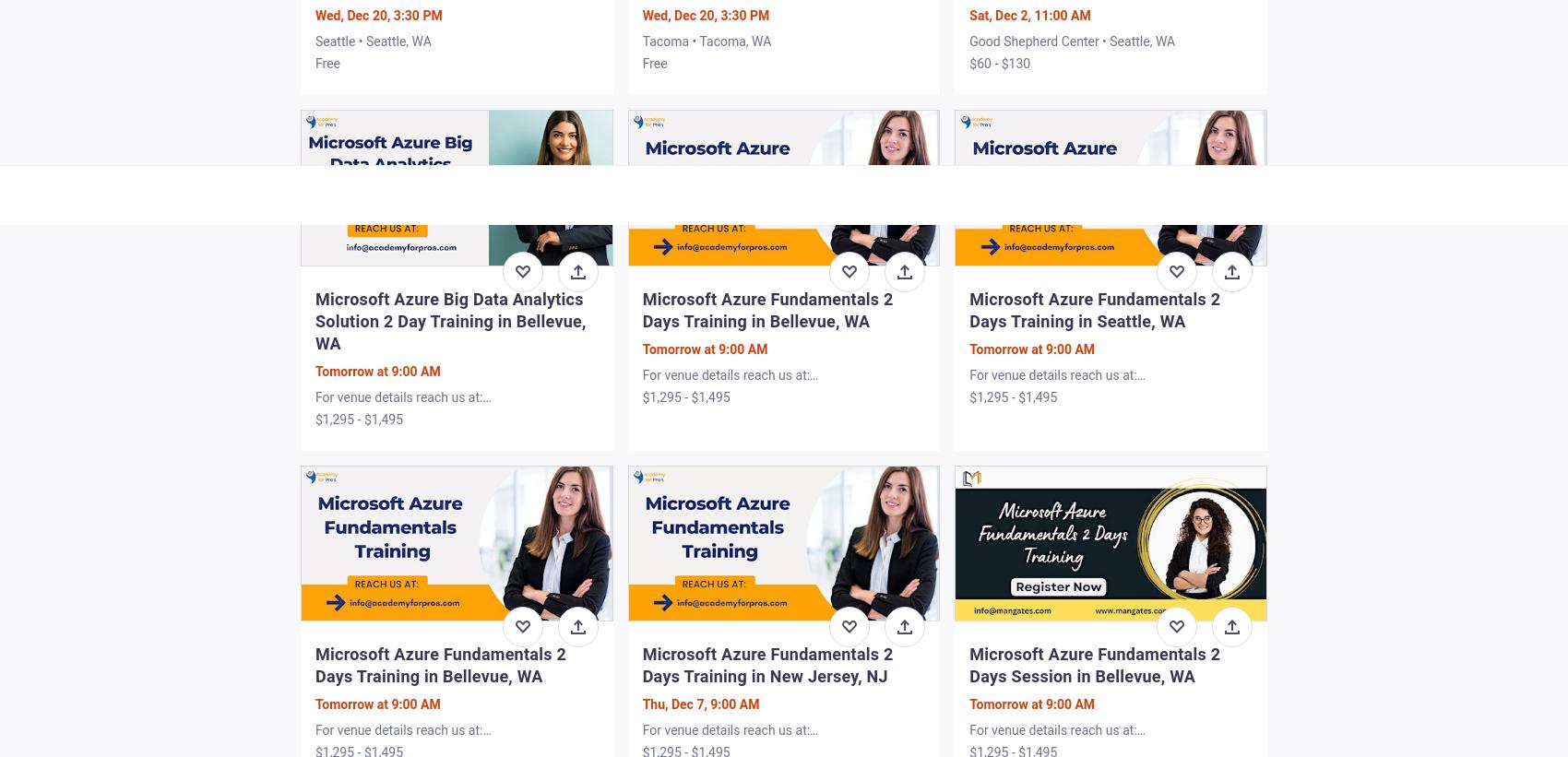  I want to click on 'Tacoma • Tacoma, WA', so click(706, 40).